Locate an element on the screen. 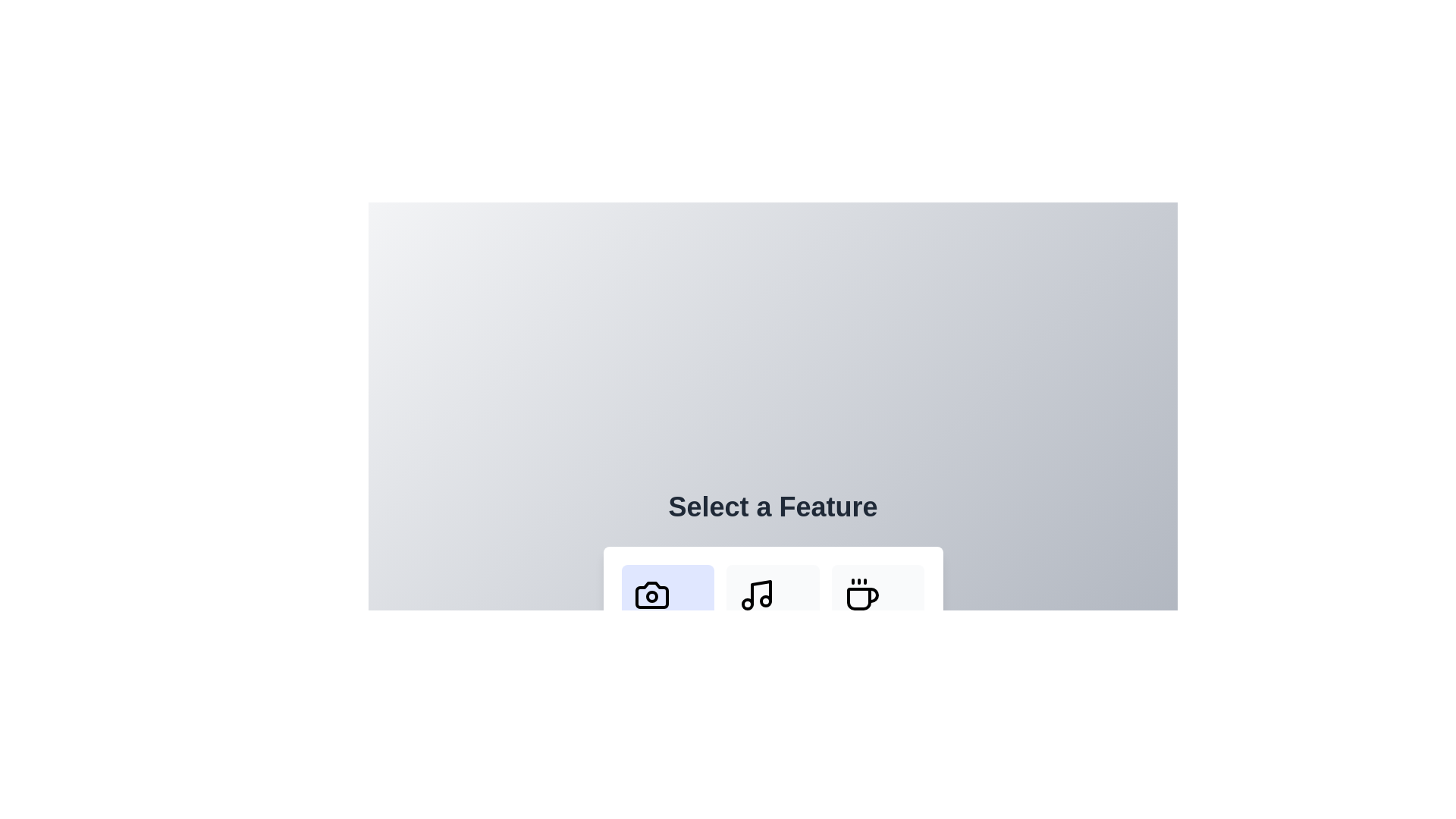 The width and height of the screenshot is (1456, 819). the 'Music' icon located in the middle of a row of three icons is located at coordinates (757, 595).